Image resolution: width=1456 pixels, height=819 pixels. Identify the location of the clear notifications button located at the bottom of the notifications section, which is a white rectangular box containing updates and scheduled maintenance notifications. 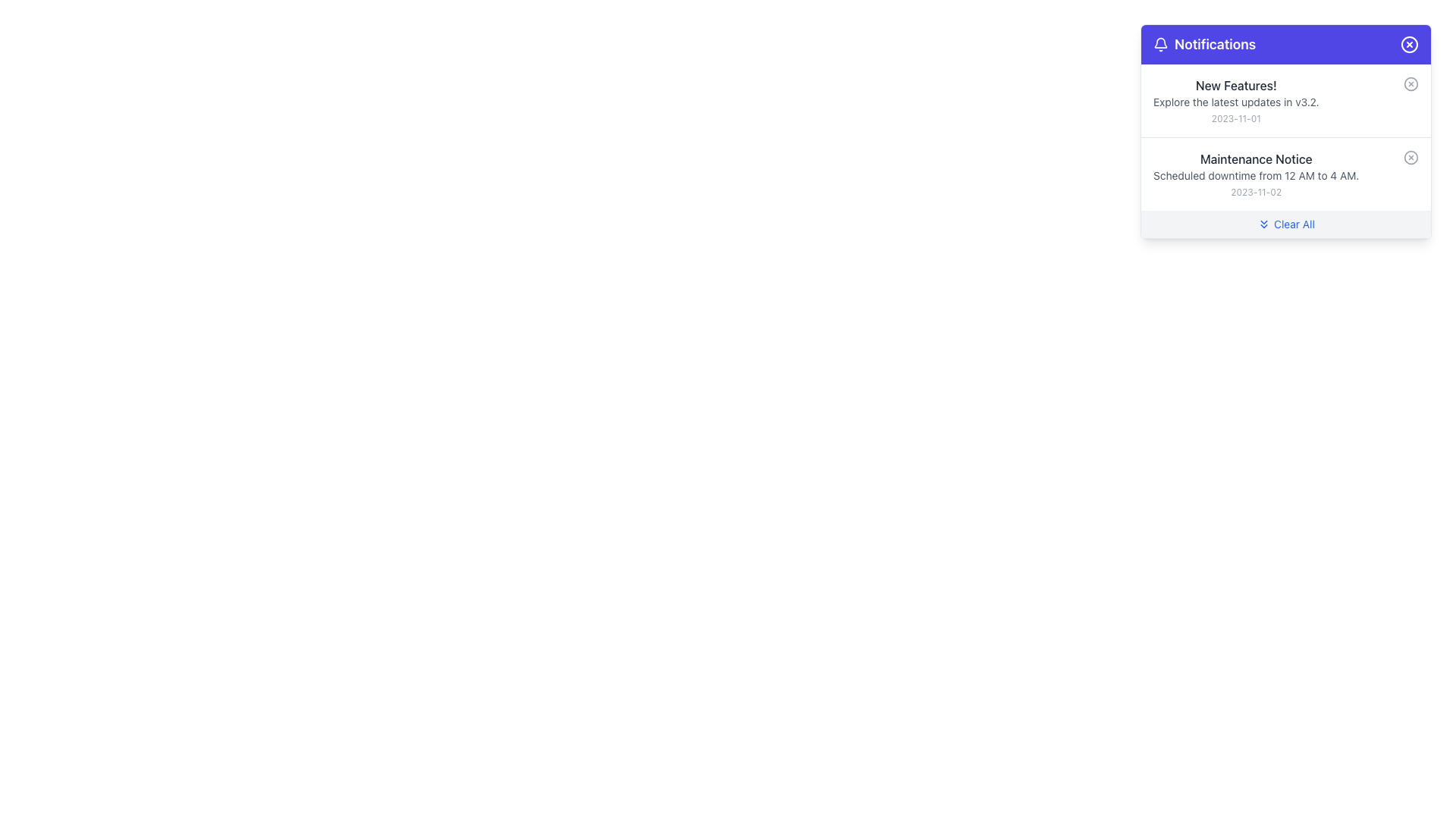
(1285, 224).